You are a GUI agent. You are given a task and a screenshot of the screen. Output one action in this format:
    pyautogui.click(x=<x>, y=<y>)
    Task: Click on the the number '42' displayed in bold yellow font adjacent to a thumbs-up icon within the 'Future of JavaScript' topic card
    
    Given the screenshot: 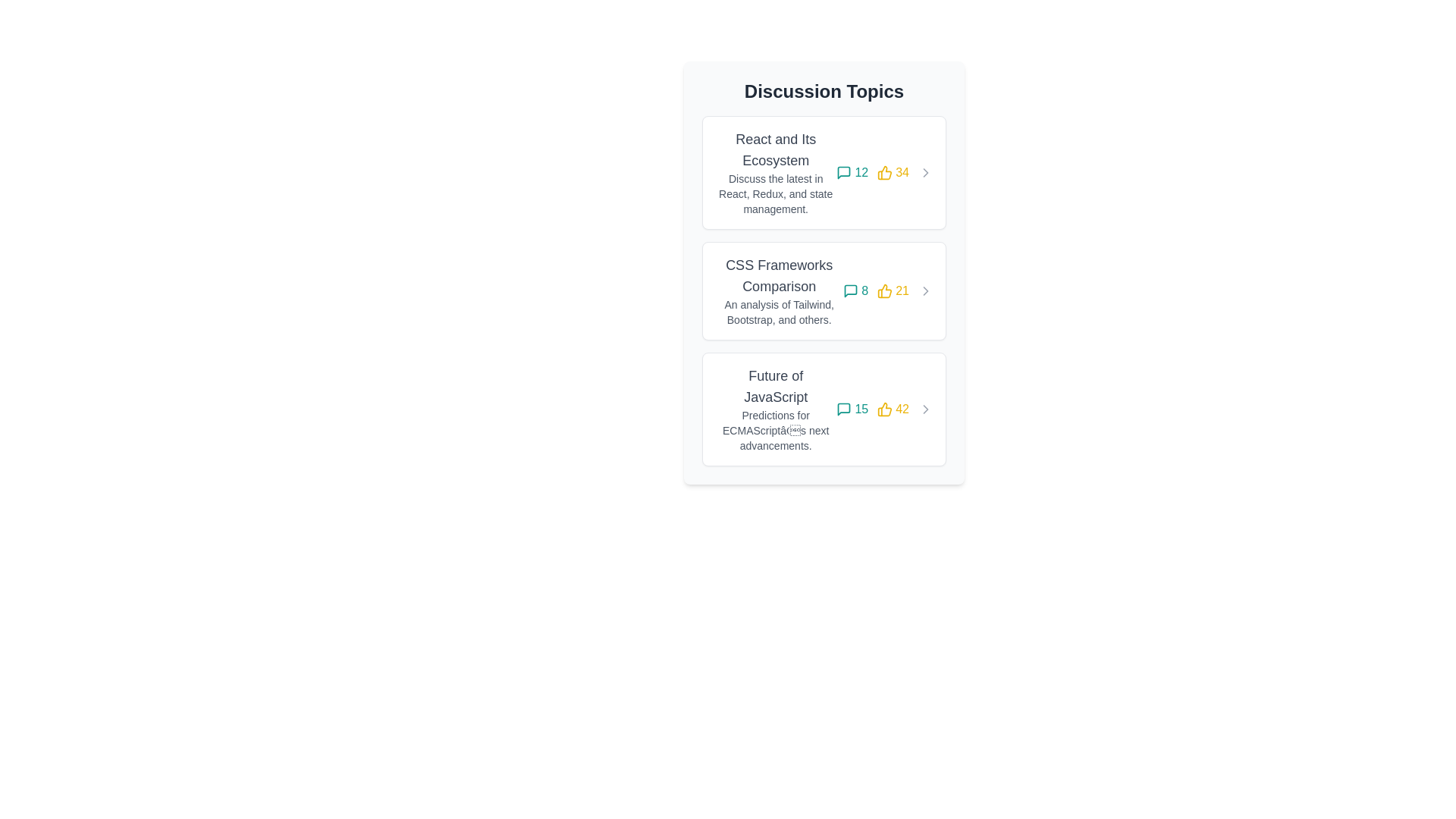 What is the action you would take?
    pyautogui.click(x=893, y=409)
    